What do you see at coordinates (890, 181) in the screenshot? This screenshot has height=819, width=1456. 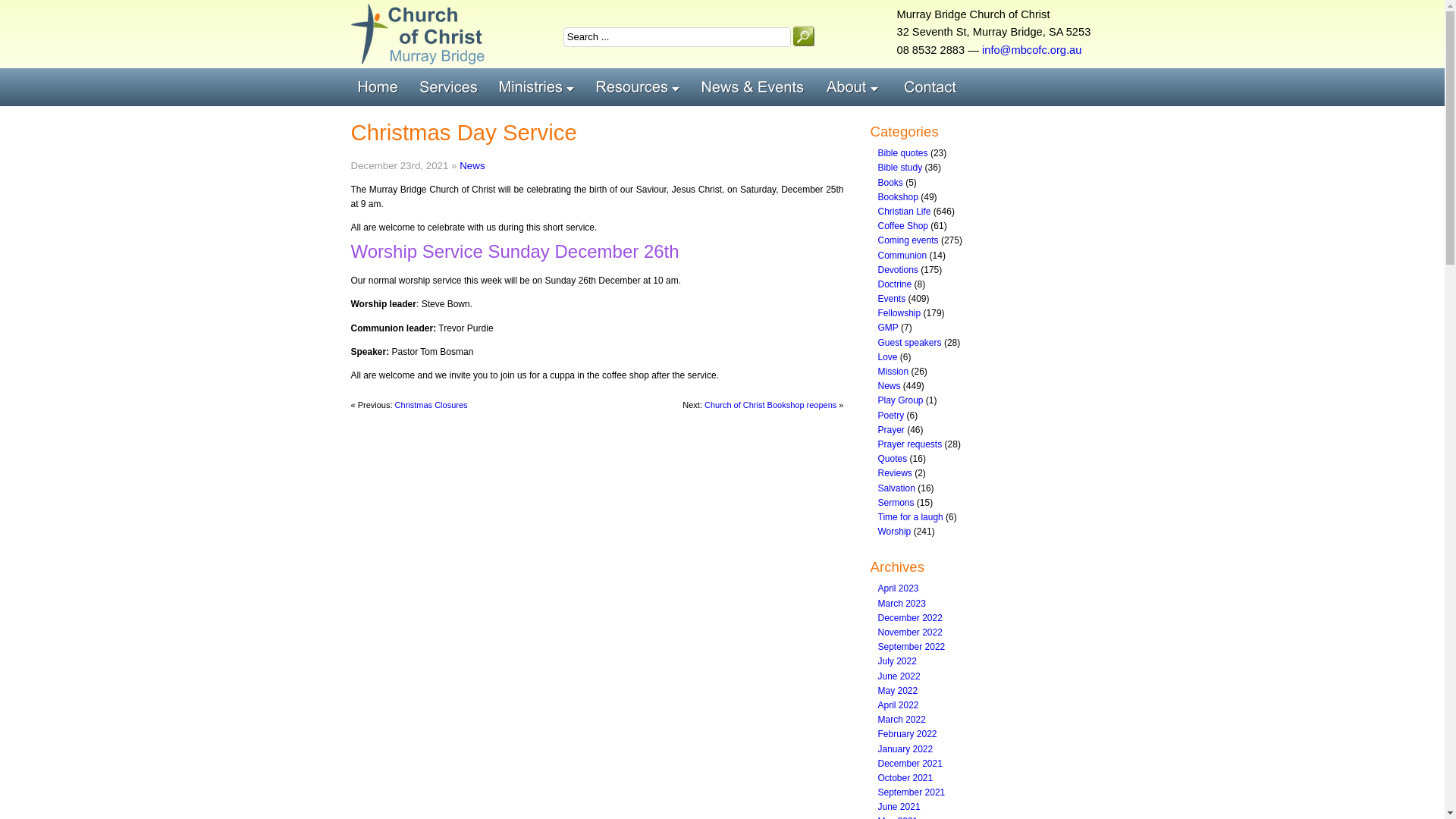 I see `'Books'` at bounding box center [890, 181].